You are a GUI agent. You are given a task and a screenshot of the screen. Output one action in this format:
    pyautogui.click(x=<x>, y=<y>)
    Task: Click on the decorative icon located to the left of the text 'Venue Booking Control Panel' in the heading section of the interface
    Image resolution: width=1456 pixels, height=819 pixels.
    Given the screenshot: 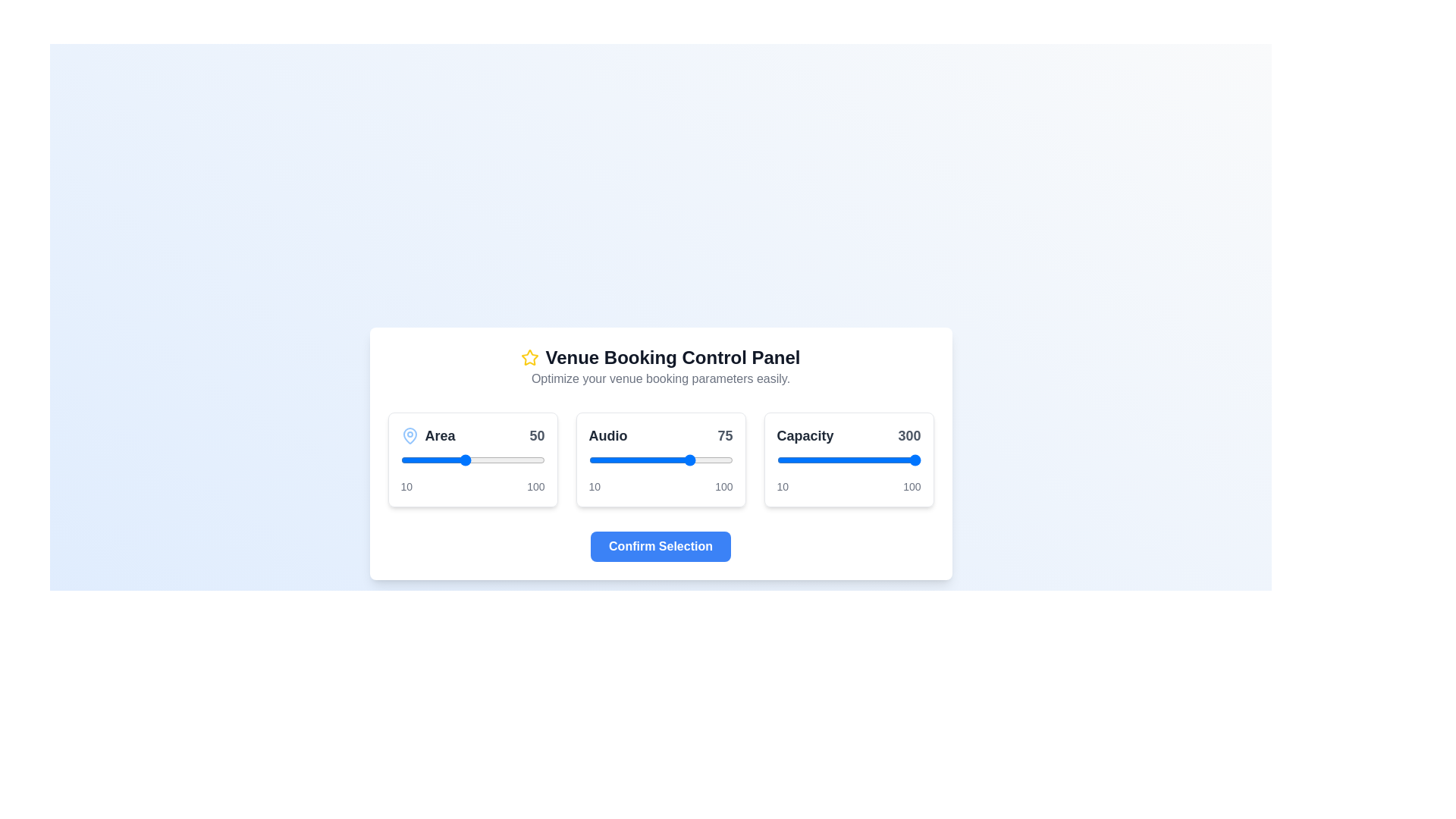 What is the action you would take?
    pyautogui.click(x=530, y=357)
    